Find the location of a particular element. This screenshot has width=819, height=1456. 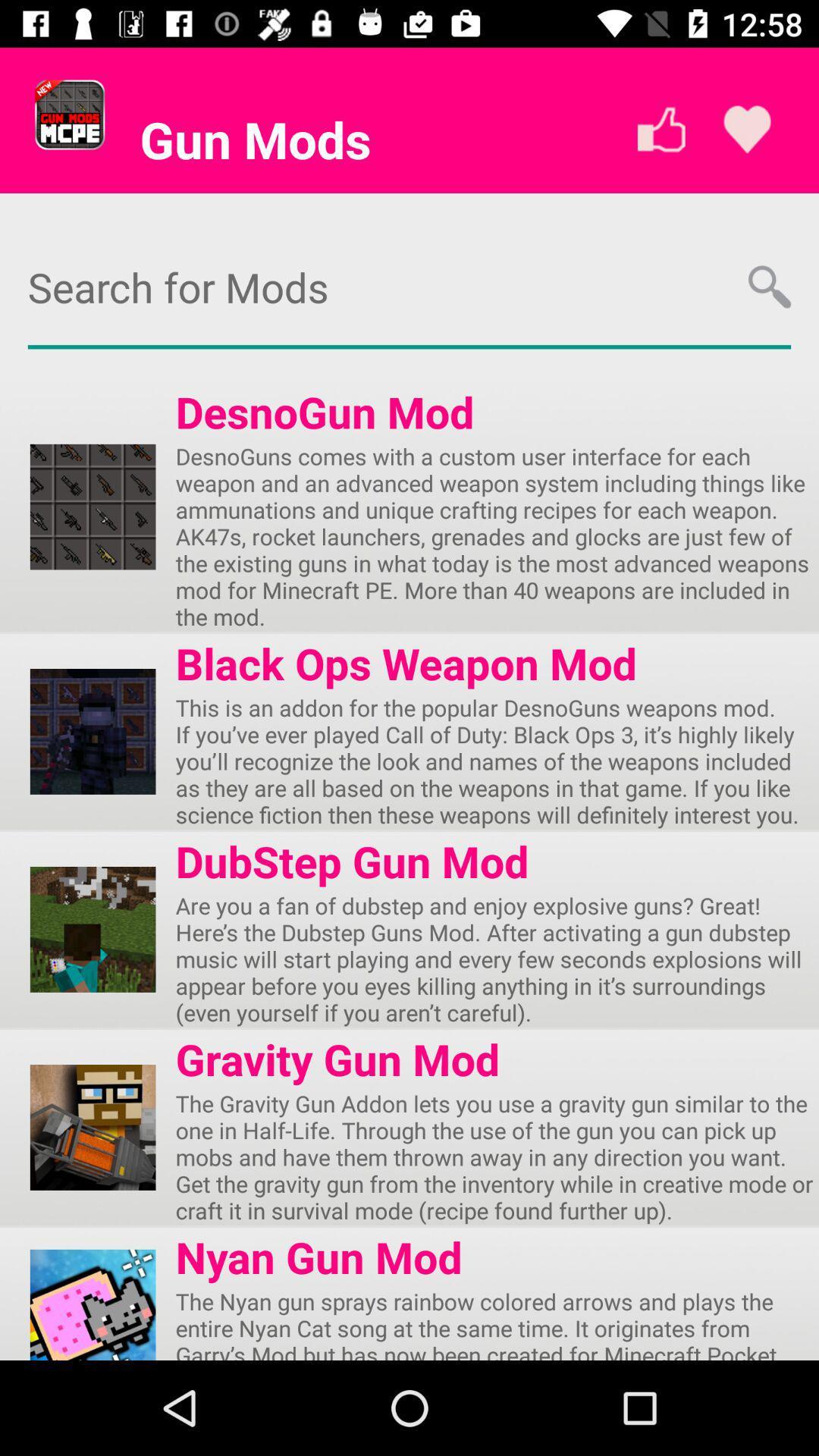

the icon above black ops weapon app is located at coordinates (497, 536).